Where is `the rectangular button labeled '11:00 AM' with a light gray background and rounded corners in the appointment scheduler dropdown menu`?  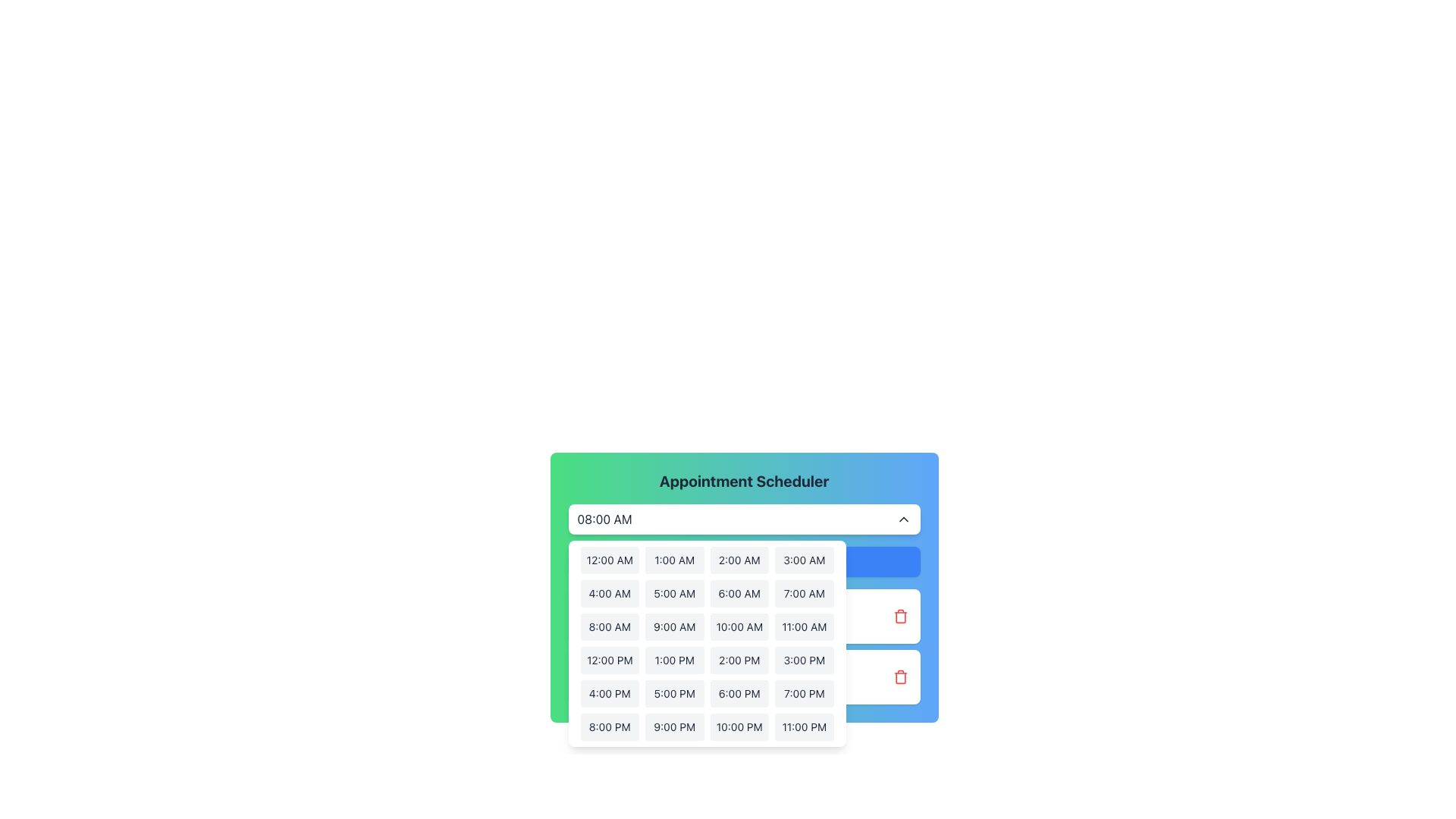 the rectangular button labeled '11:00 AM' with a light gray background and rounded corners in the appointment scheduler dropdown menu is located at coordinates (803, 626).